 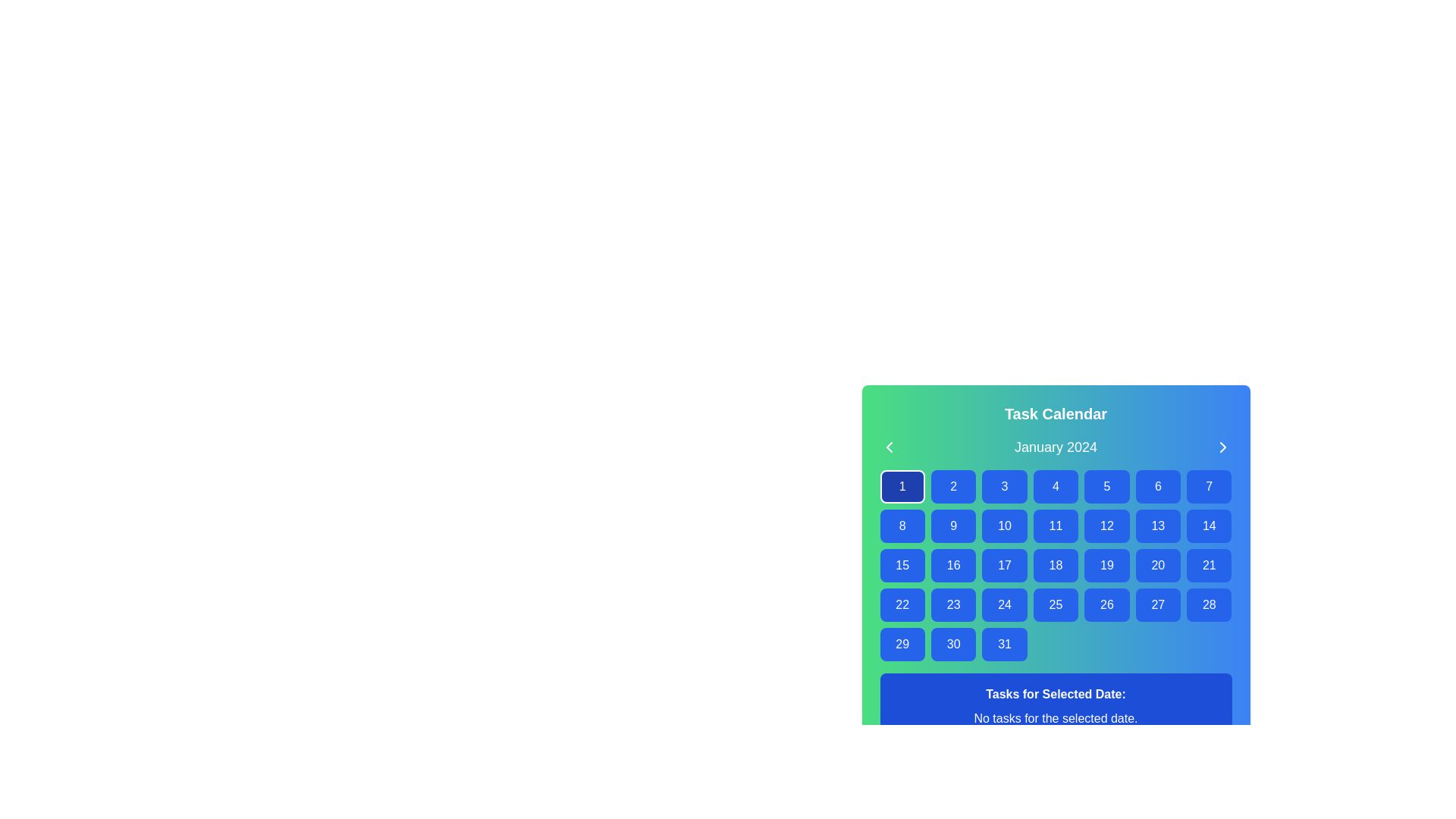 I want to click on the button representing the 15th day of the month in the calendar view, so click(x=902, y=565).